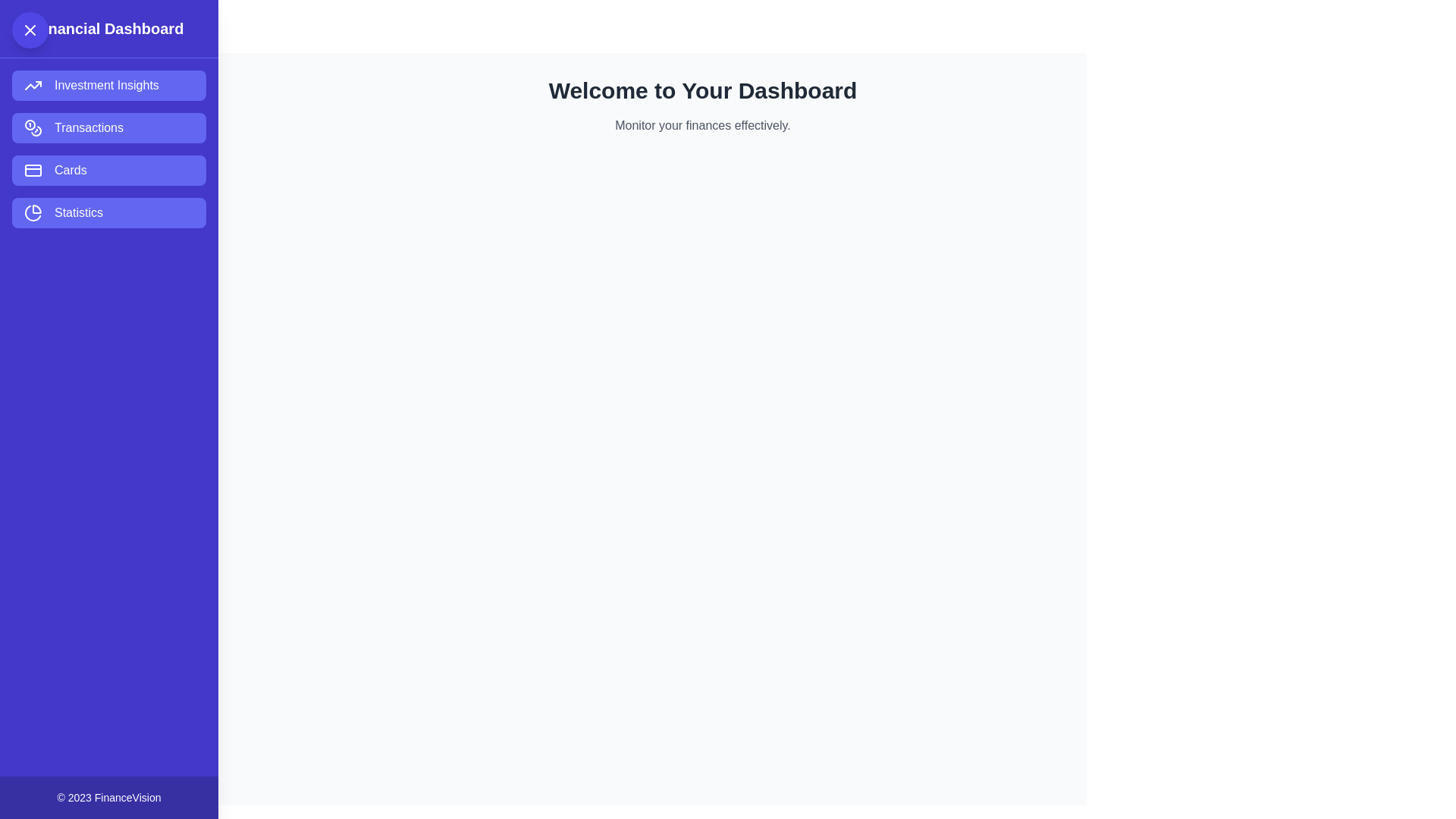  Describe the element at coordinates (88, 127) in the screenshot. I see `over the 'Transactions' text label in the navigation button located on the left sidebar` at that location.